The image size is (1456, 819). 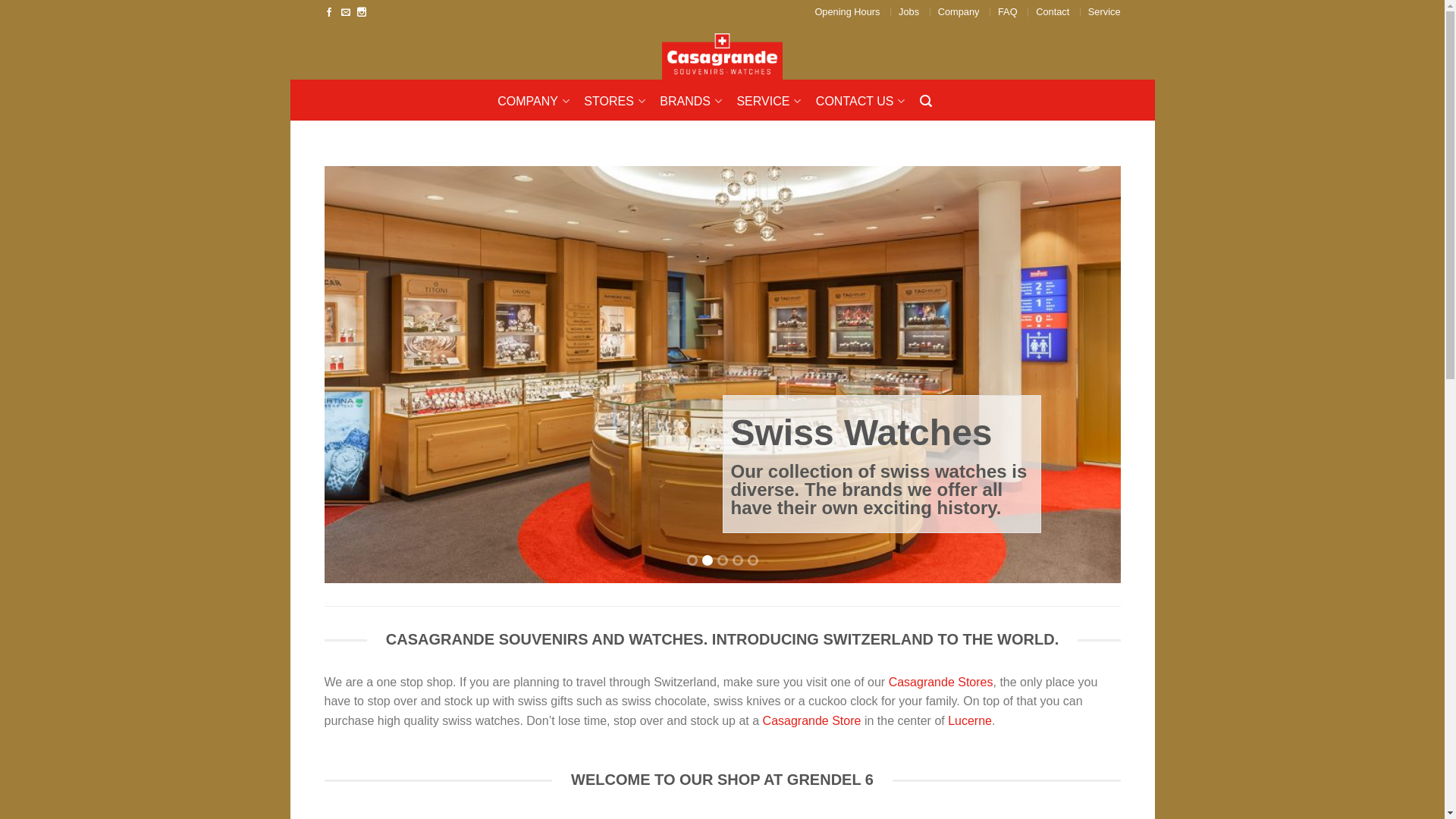 I want to click on 'SERVICE', so click(x=774, y=101).